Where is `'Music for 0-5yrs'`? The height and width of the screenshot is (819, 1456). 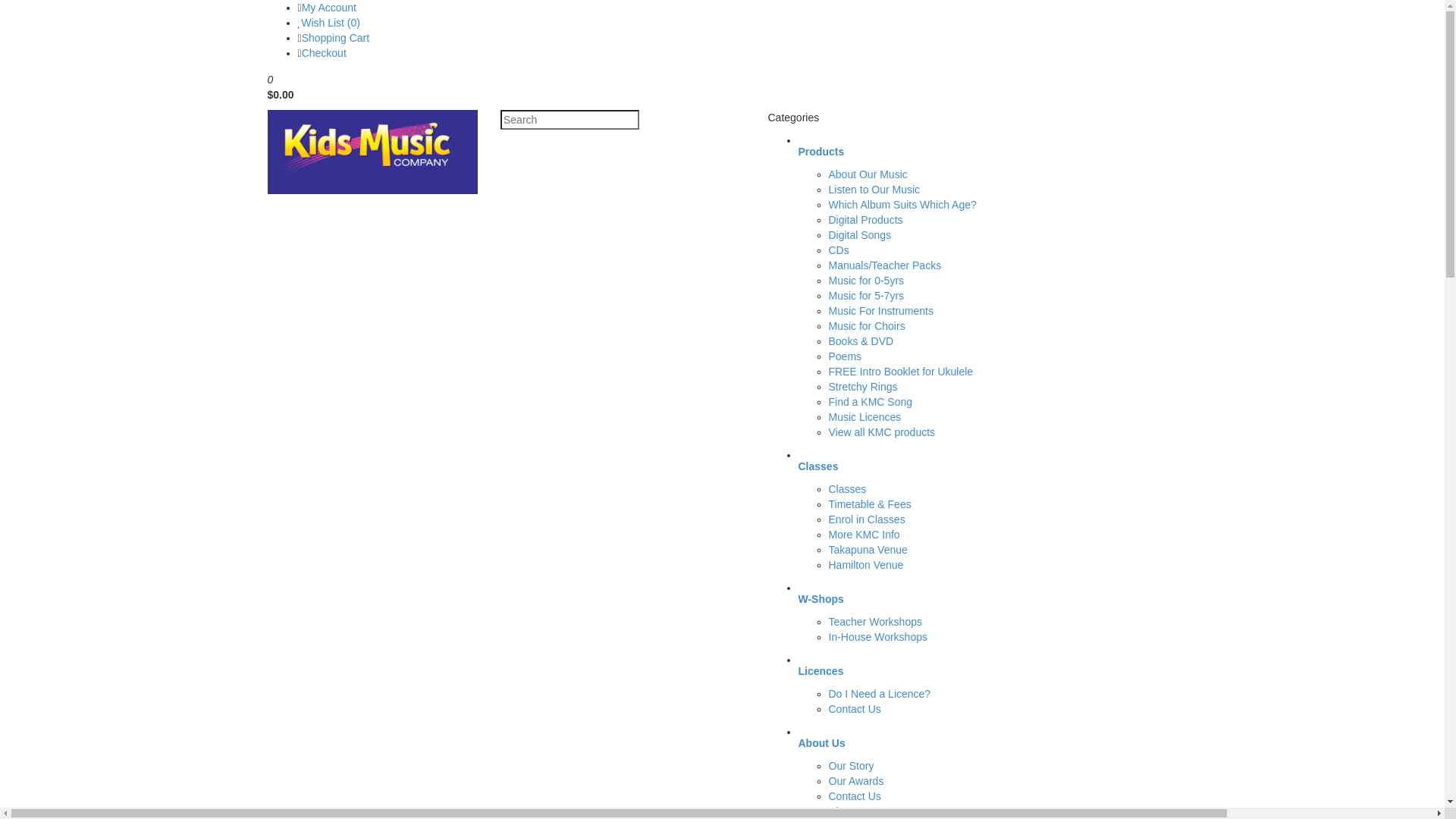
'Music for 0-5yrs' is located at coordinates (866, 281).